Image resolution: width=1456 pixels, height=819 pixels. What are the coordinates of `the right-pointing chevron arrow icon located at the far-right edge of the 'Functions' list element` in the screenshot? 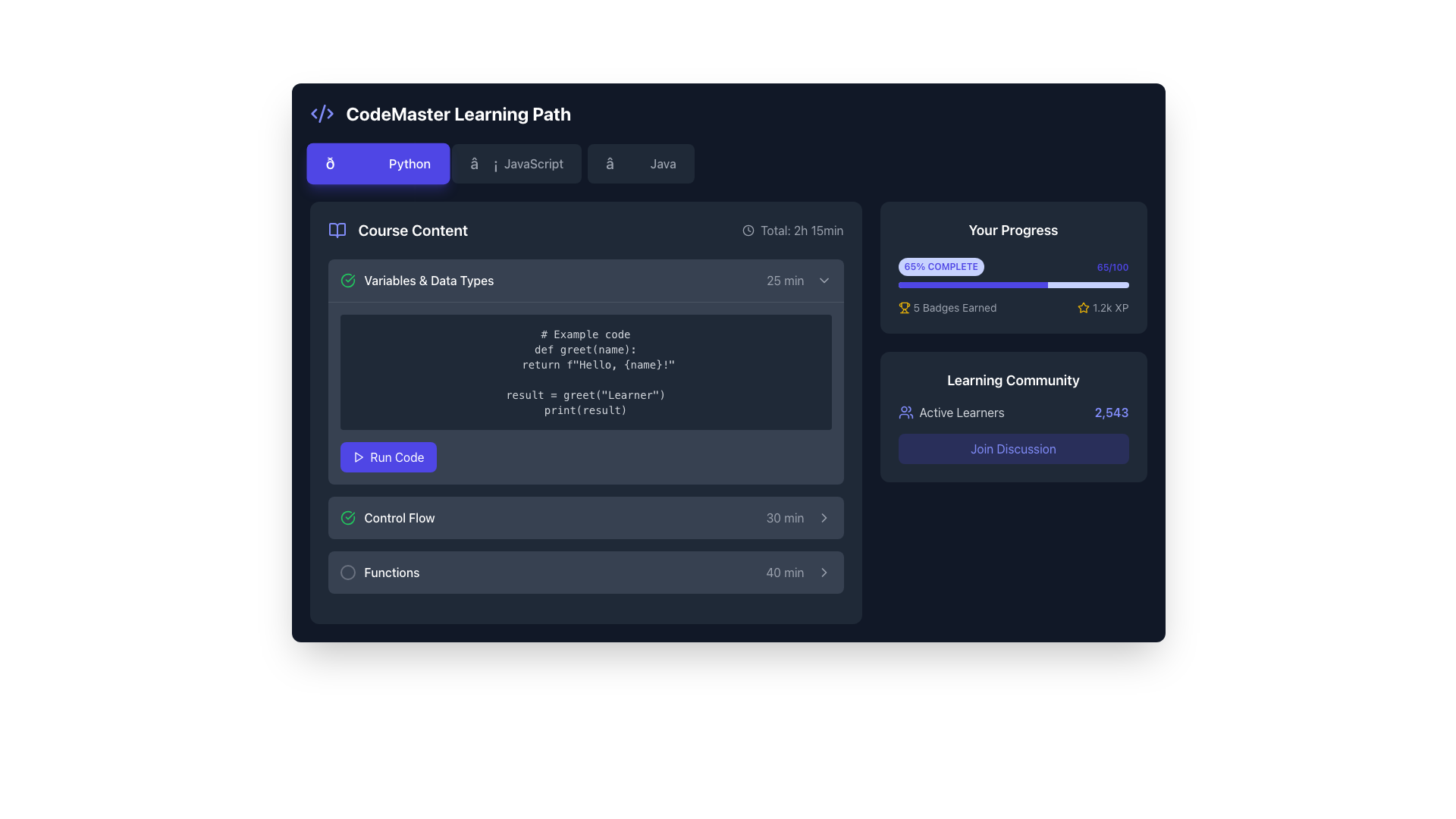 It's located at (823, 573).